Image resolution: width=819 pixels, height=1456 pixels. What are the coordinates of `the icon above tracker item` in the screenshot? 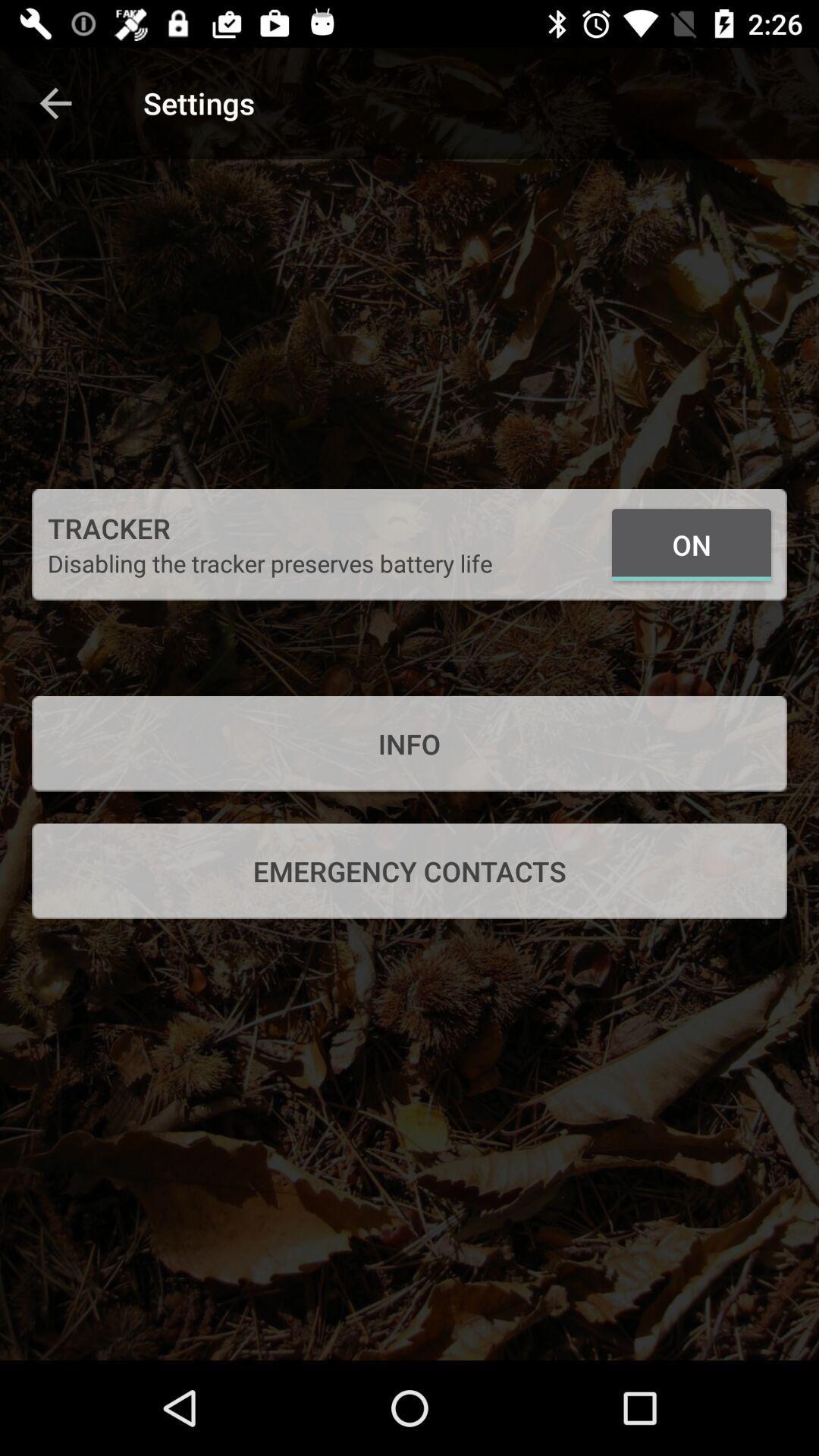 It's located at (55, 102).